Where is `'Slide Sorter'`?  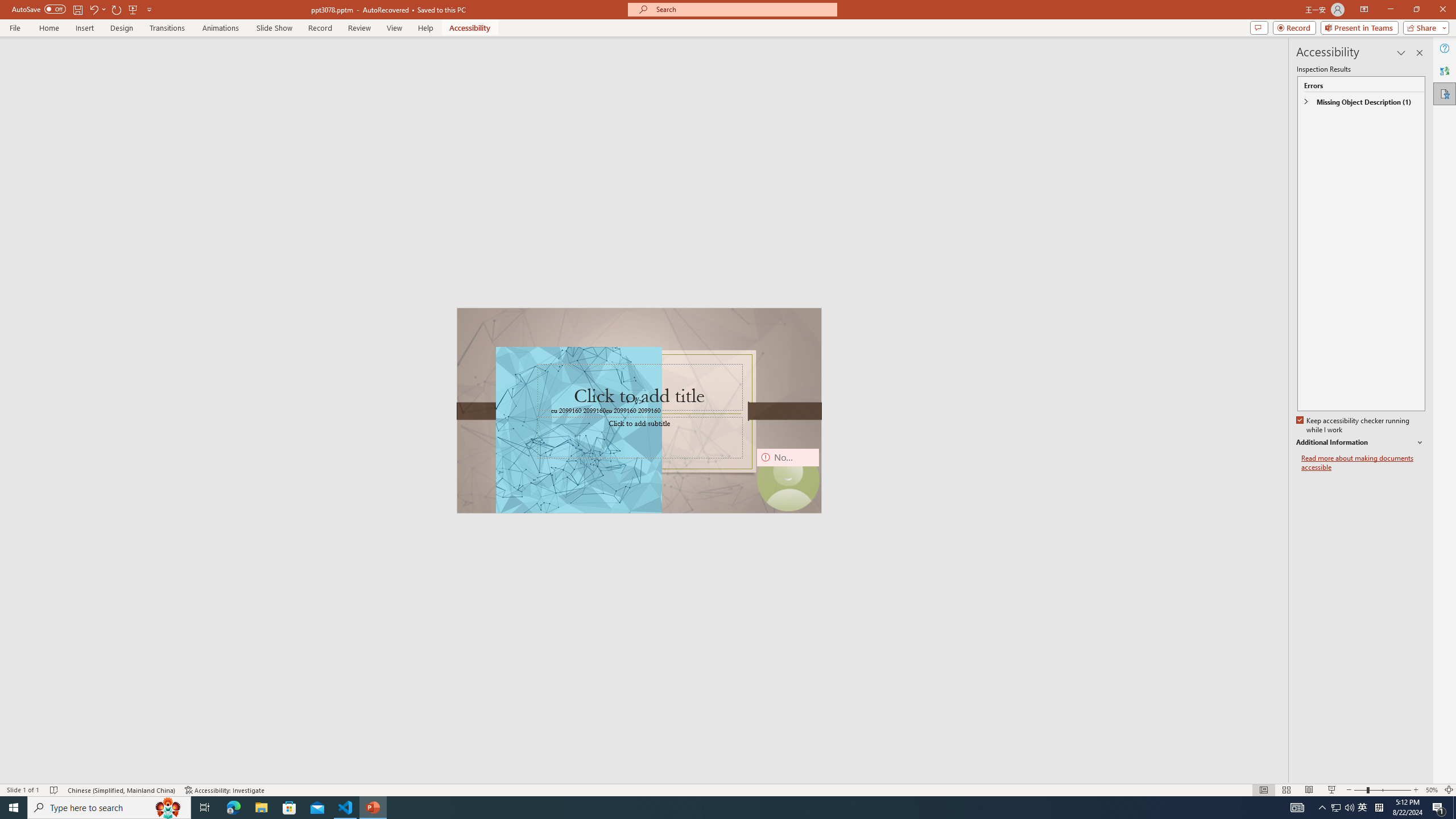 'Slide Sorter' is located at coordinates (1286, 790).